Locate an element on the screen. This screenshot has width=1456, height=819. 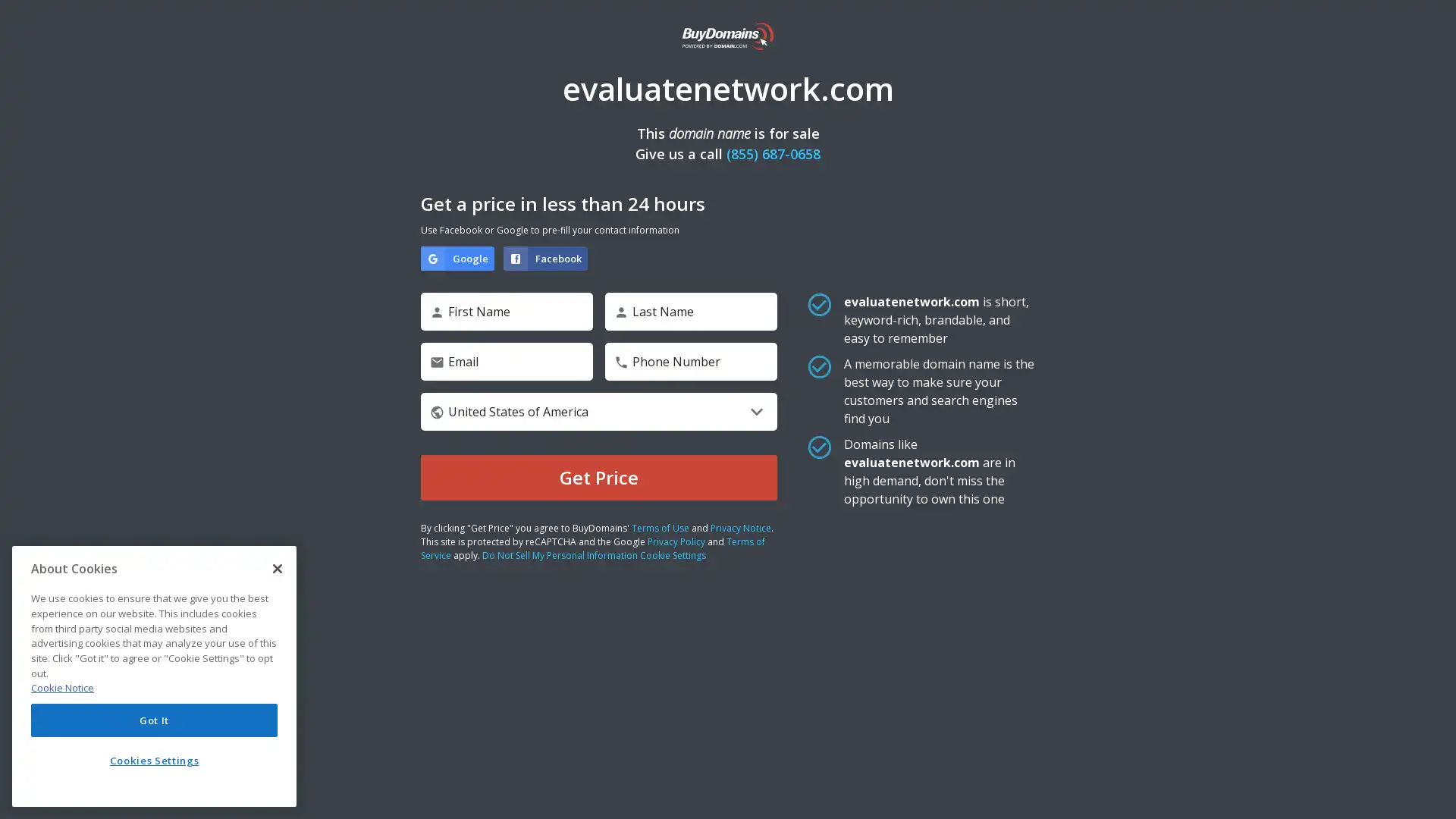
Facebook is located at coordinates (545, 257).